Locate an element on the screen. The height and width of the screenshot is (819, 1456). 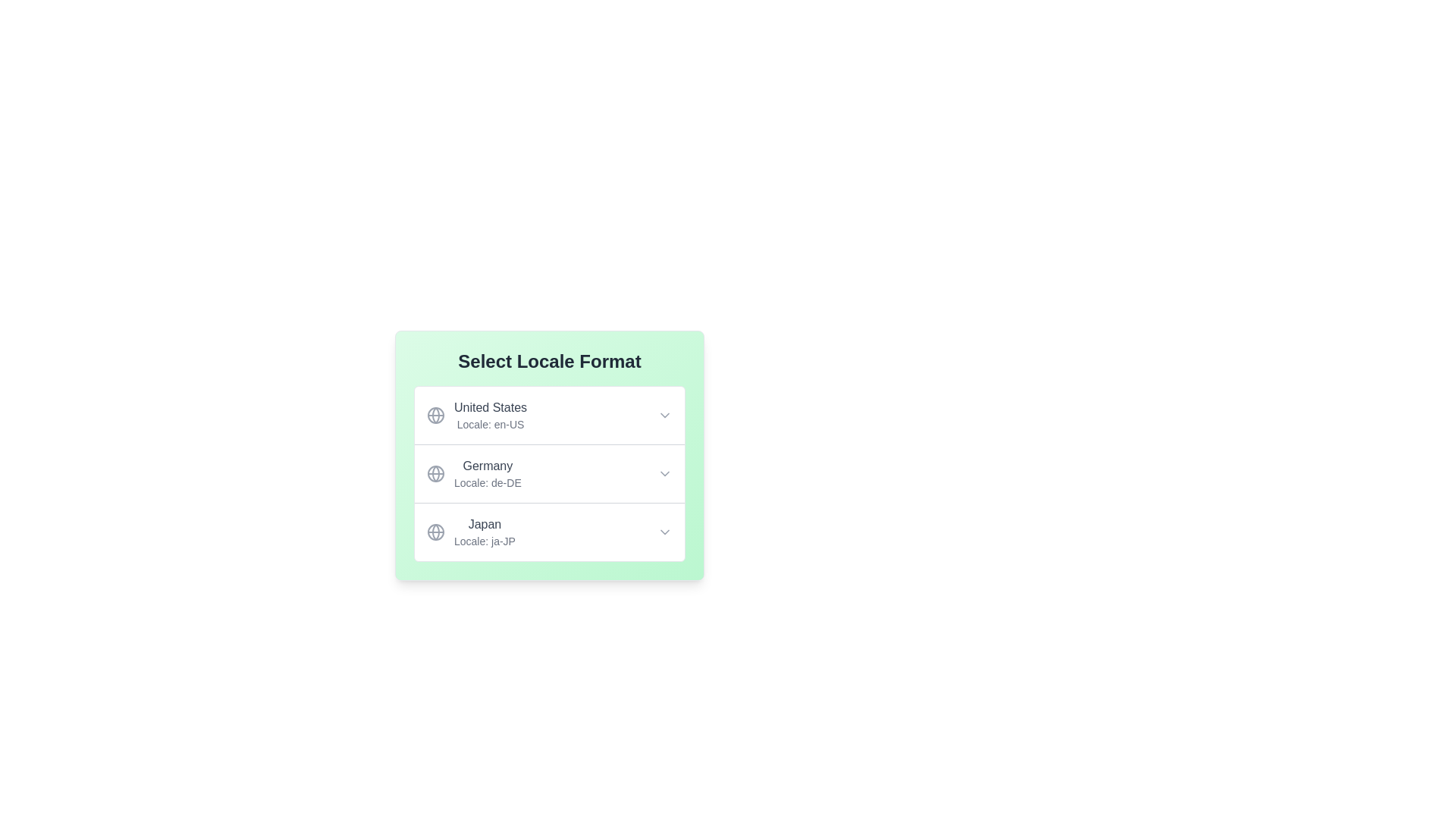
text of the label 'United States' in the dropdown menu for locale selection is located at coordinates (491, 406).